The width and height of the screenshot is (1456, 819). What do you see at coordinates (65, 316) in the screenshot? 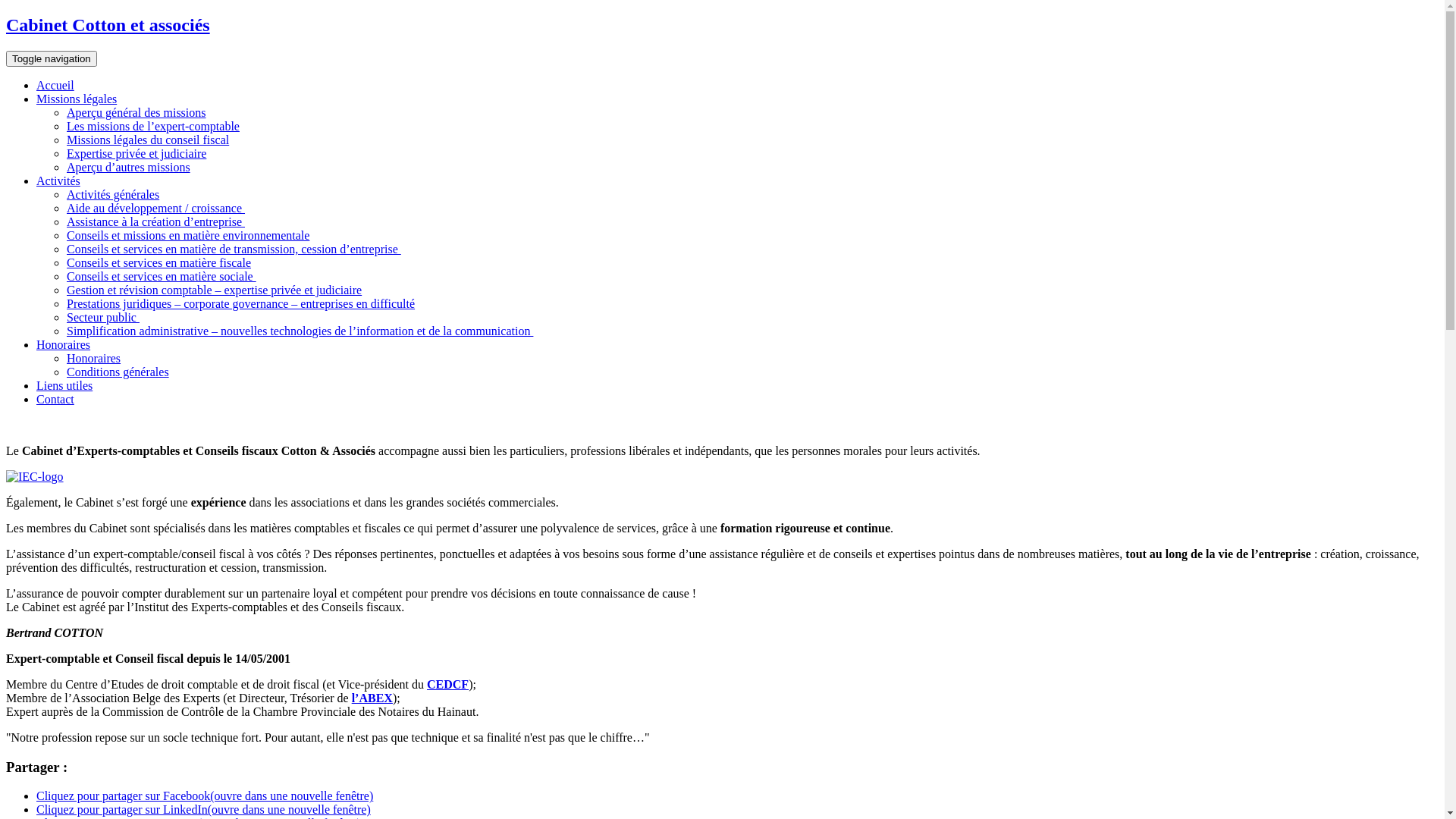
I see `'Secteur public '` at bounding box center [65, 316].